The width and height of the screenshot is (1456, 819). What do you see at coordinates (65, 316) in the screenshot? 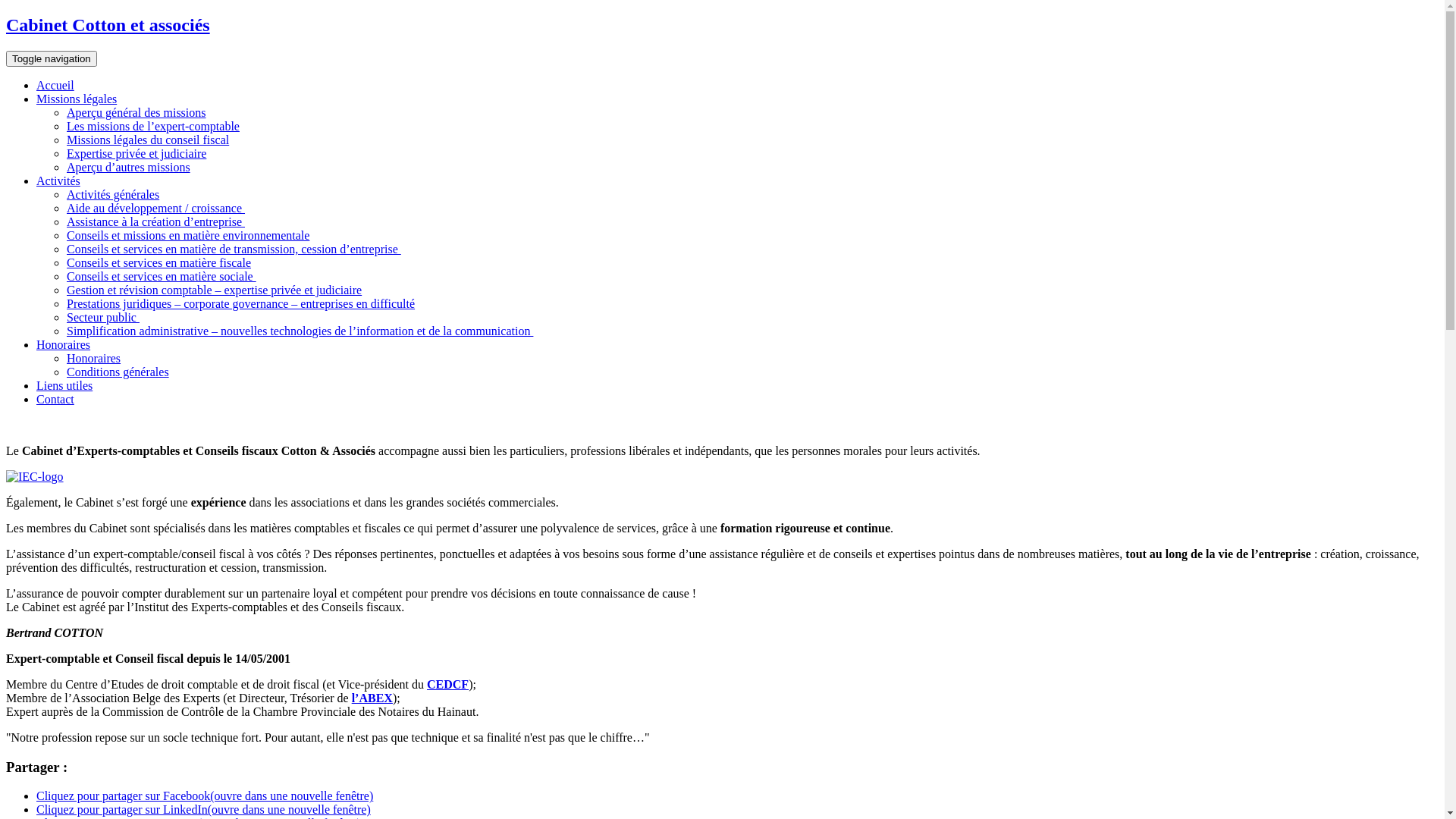
I see `'Secteur public '` at bounding box center [65, 316].